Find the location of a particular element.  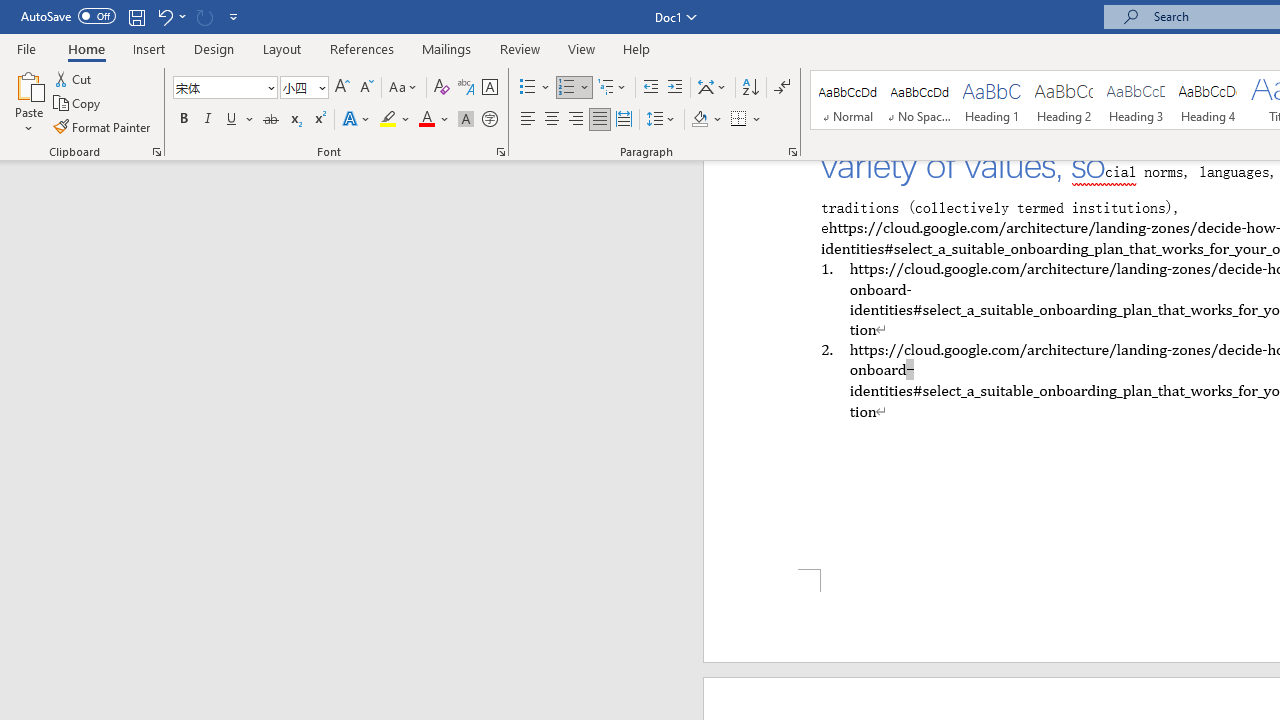

'Office Clipboard...' is located at coordinates (155, 150).